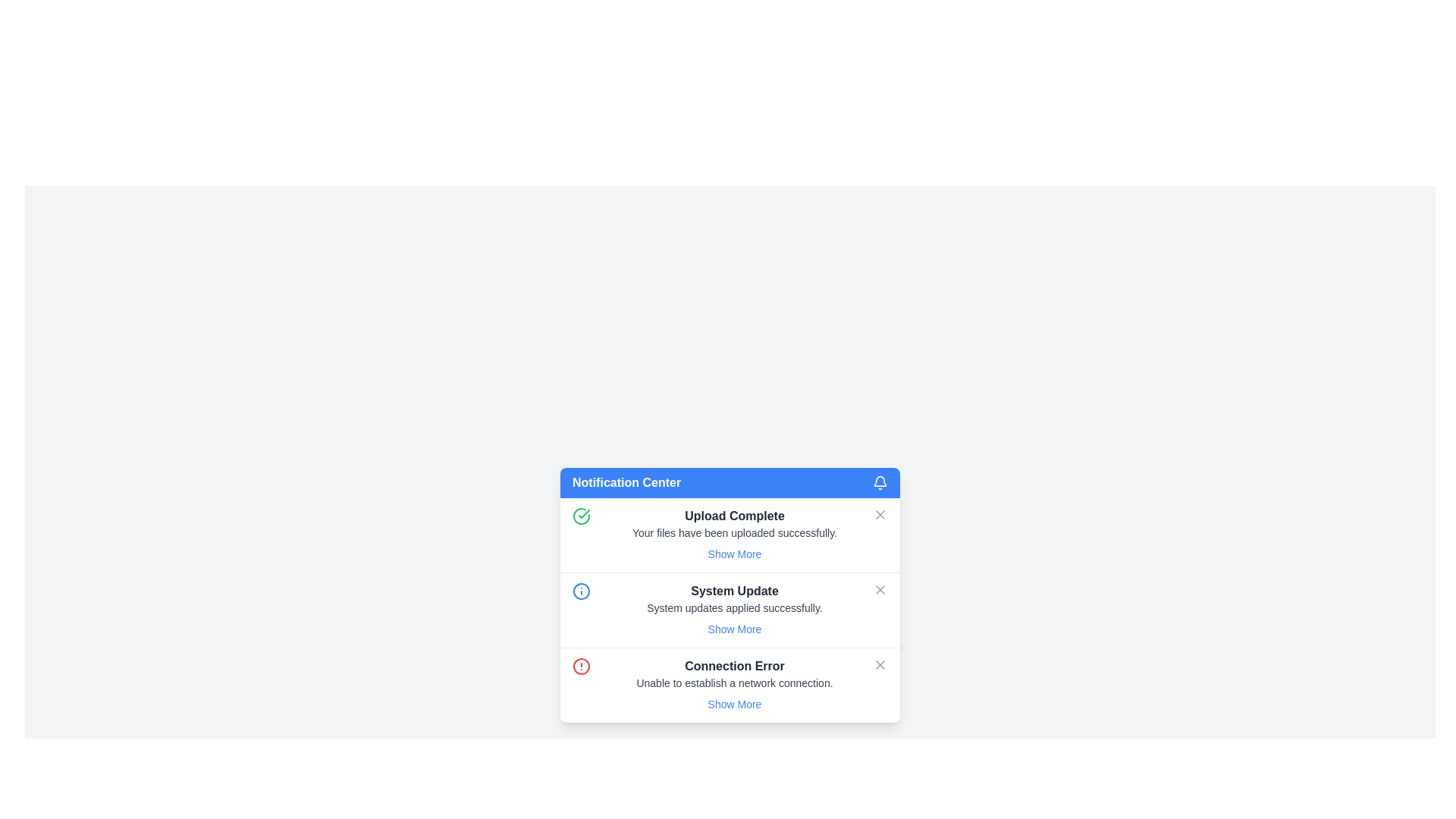 The image size is (1456, 819). What do you see at coordinates (626, 482) in the screenshot?
I see `the Text label that serves as the title for the notification center, which is centrally aligned and positioned to the left of the bell icon` at bounding box center [626, 482].